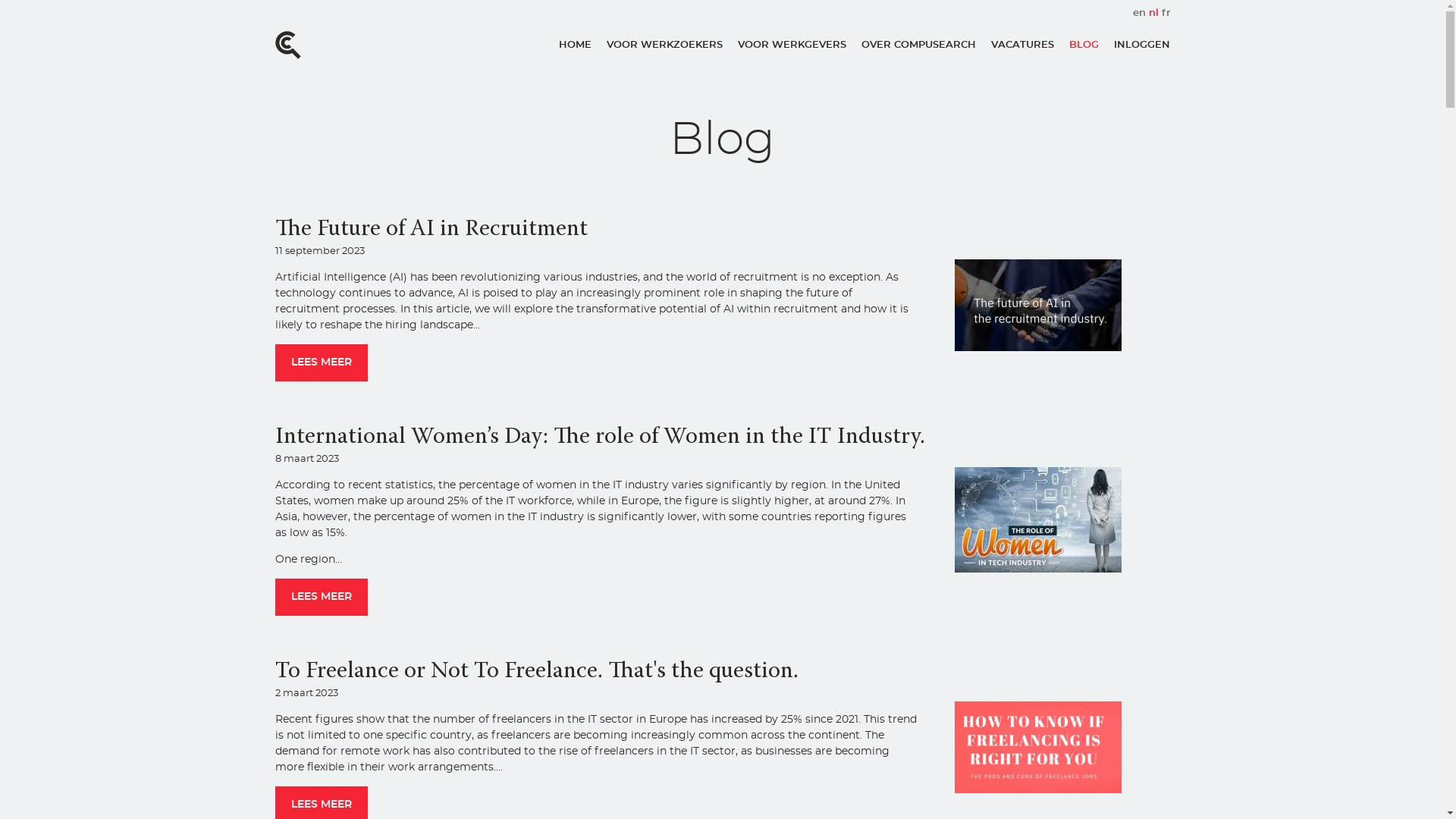 Image resolution: width=1456 pixels, height=819 pixels. Describe the element at coordinates (1141, 44) in the screenshot. I see `'INLOGGEN'` at that location.